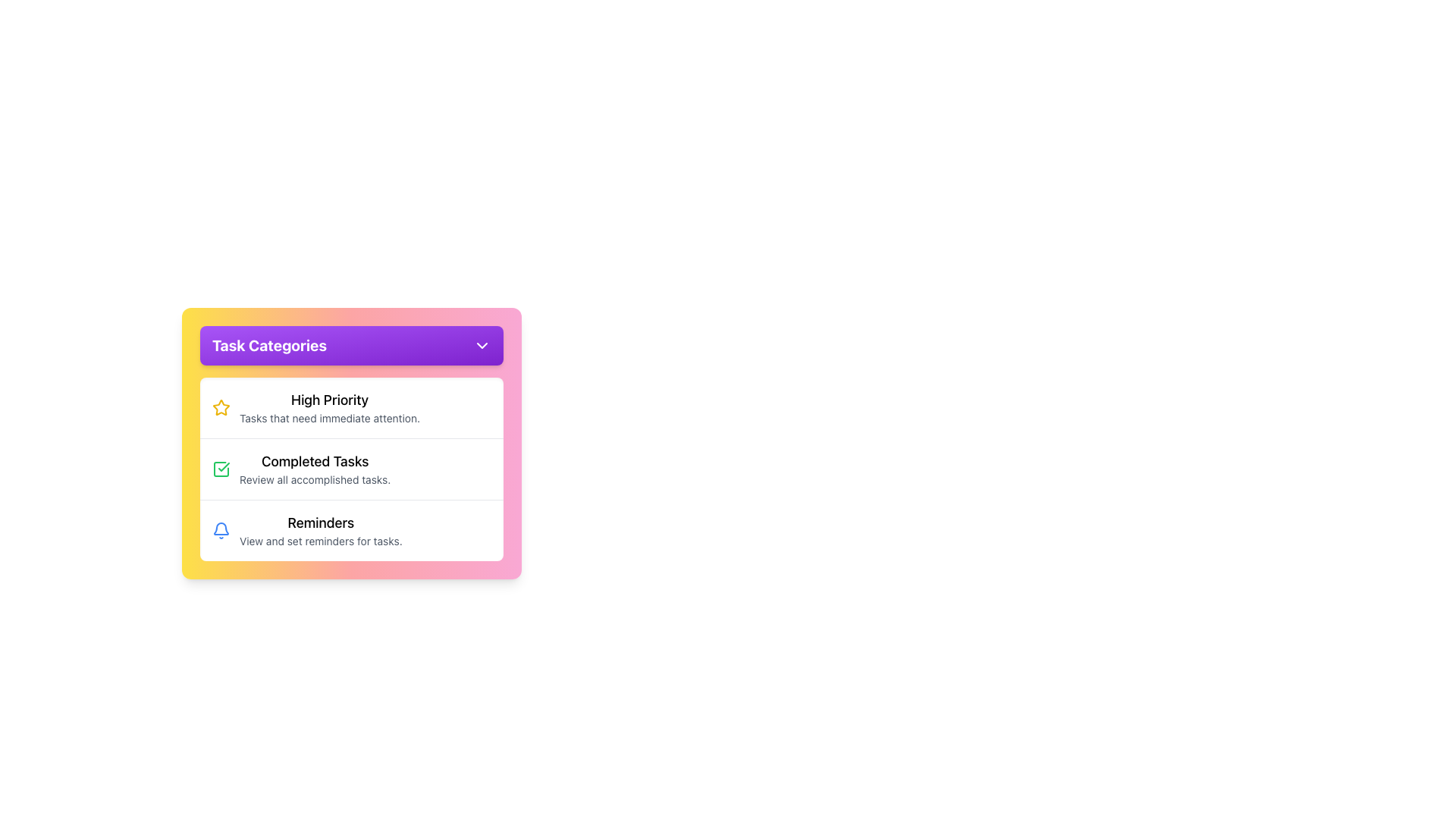  What do you see at coordinates (351, 467) in the screenshot?
I see `text of the second list item in a vertically stacked list that highlights completed tasks, positioned below 'High Priority' and above 'Reminders'` at bounding box center [351, 467].